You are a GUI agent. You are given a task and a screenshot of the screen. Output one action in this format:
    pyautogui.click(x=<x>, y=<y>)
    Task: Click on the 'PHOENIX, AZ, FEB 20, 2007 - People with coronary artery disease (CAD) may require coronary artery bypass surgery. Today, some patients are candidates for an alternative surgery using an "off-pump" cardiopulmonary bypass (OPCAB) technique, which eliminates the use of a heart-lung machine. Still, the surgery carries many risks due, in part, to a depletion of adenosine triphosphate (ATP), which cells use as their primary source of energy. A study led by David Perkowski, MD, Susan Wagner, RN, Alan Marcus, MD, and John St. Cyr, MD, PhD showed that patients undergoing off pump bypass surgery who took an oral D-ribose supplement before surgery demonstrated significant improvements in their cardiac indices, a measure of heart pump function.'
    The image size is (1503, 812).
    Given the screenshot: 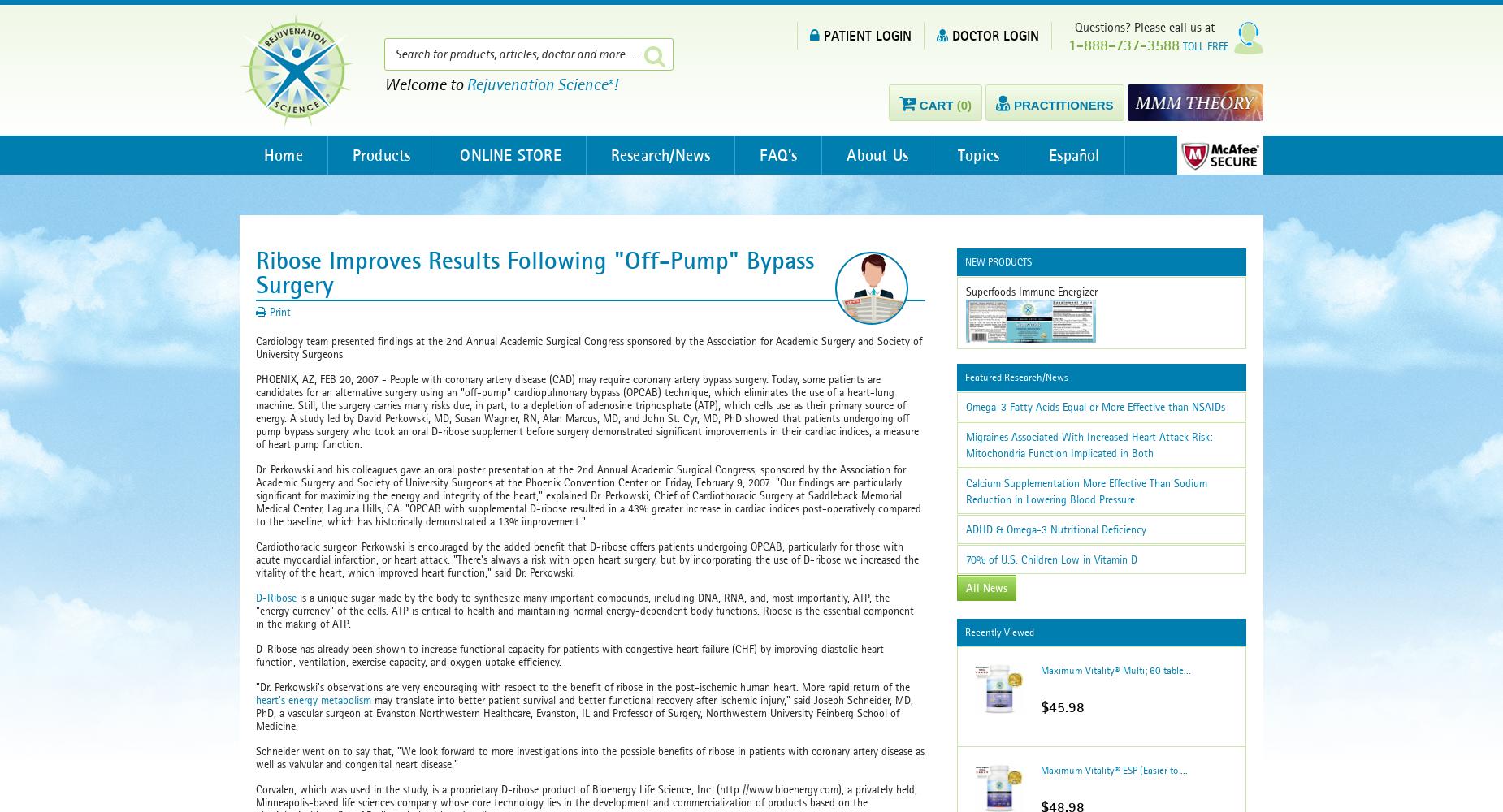 What is the action you would take?
    pyautogui.click(x=587, y=412)
    